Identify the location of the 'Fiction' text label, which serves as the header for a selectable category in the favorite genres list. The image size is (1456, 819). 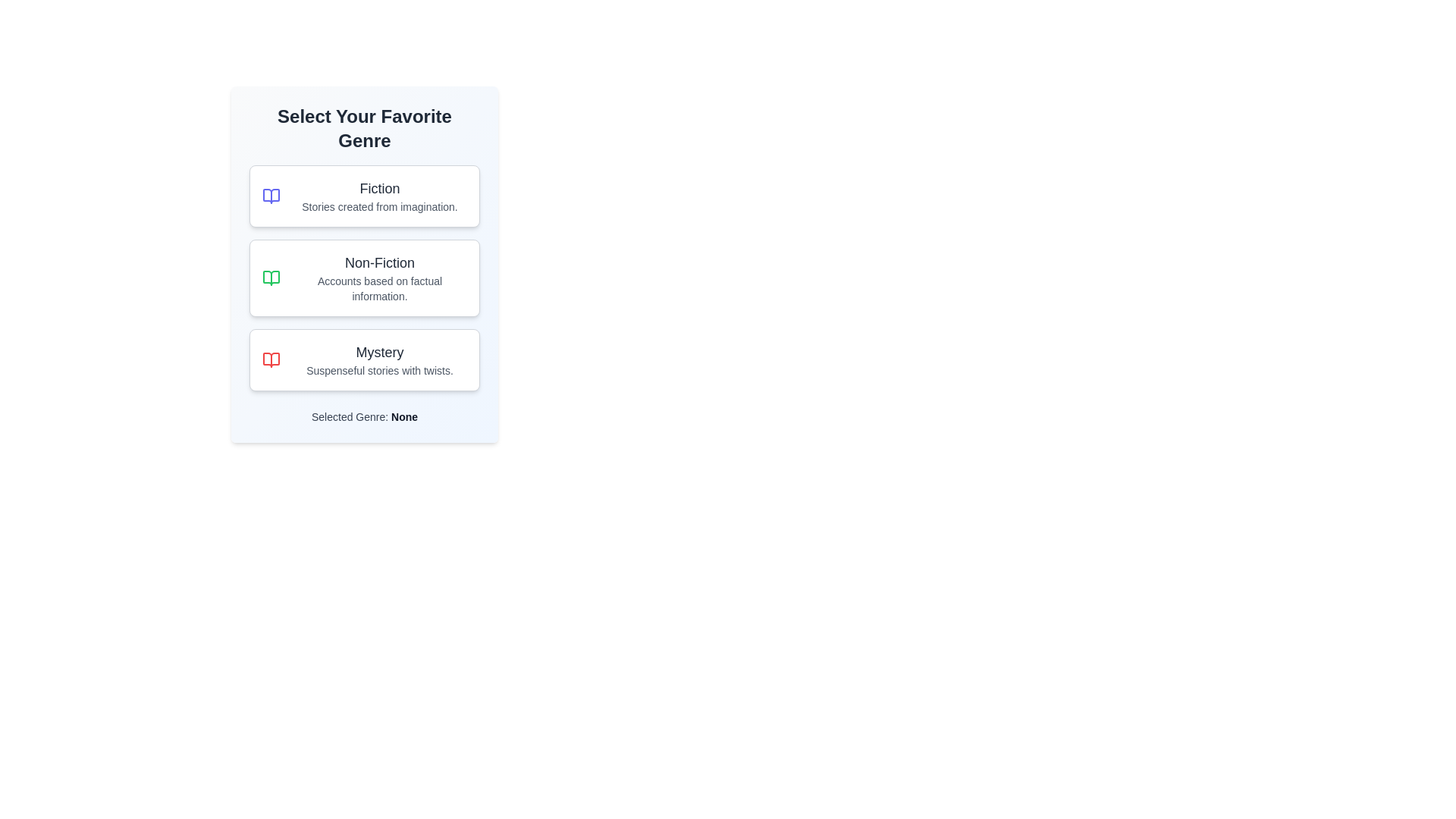
(379, 188).